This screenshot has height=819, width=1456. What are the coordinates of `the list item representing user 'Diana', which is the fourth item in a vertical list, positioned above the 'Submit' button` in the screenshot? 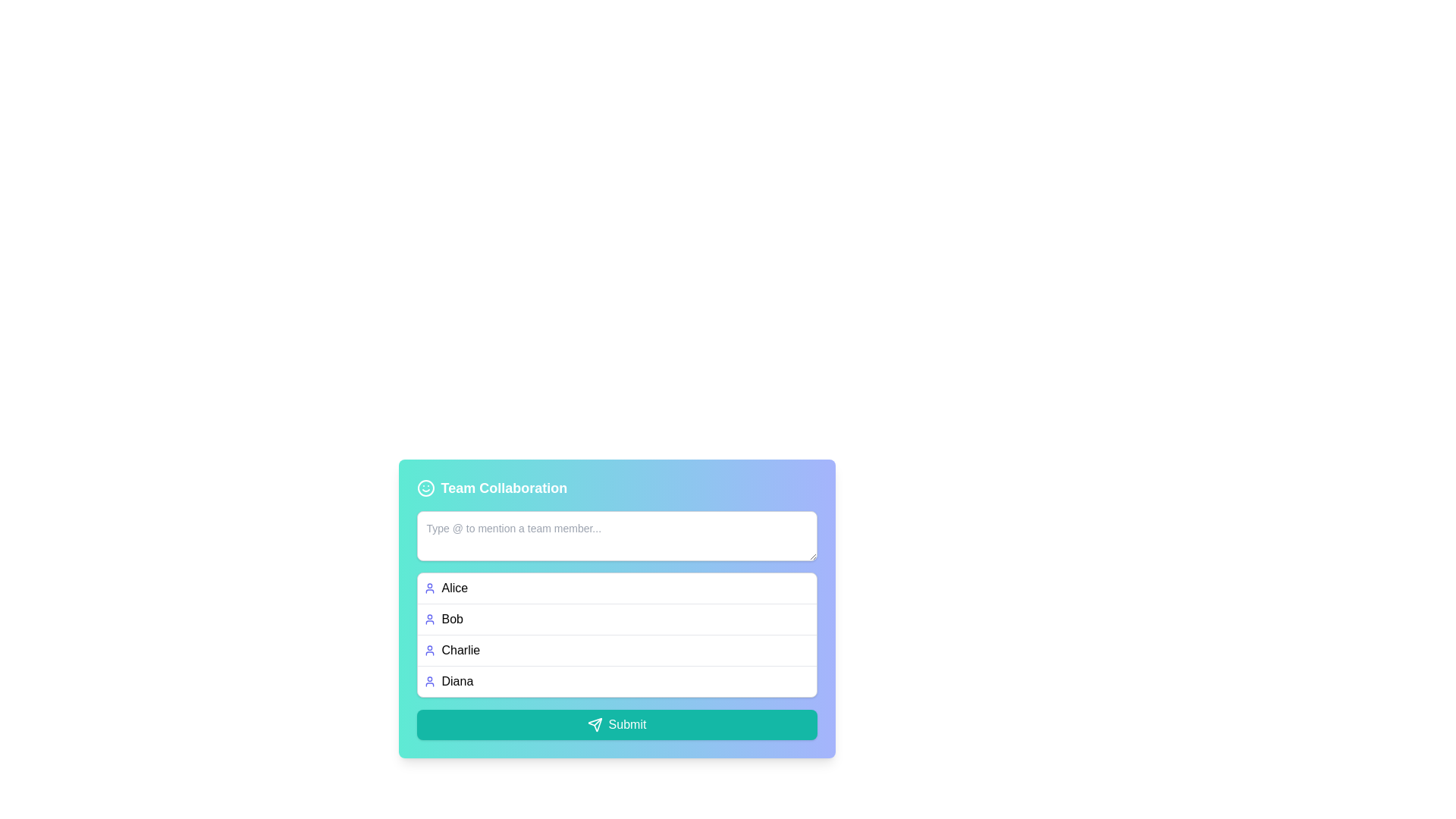 It's located at (617, 680).